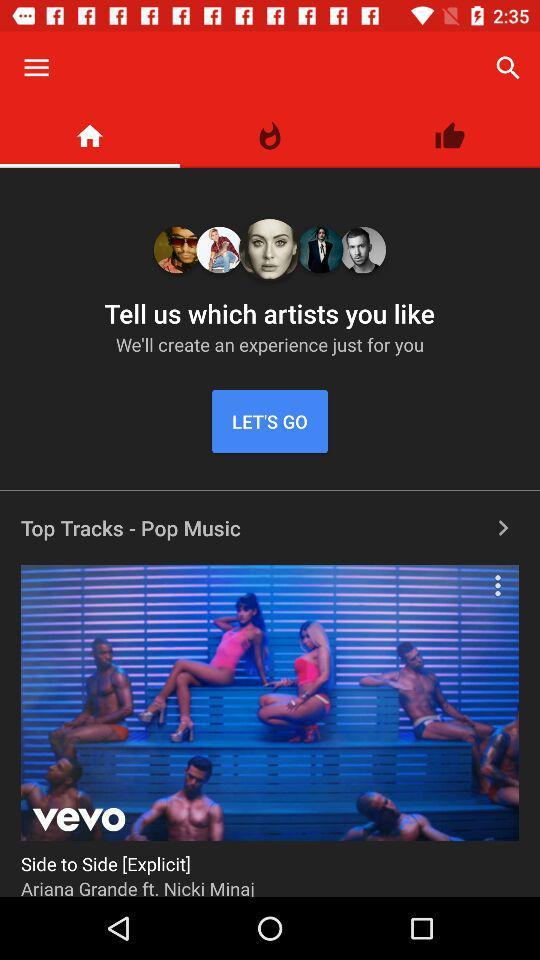 This screenshot has height=960, width=540. What do you see at coordinates (270, 421) in the screenshot?
I see `the let's go` at bounding box center [270, 421].